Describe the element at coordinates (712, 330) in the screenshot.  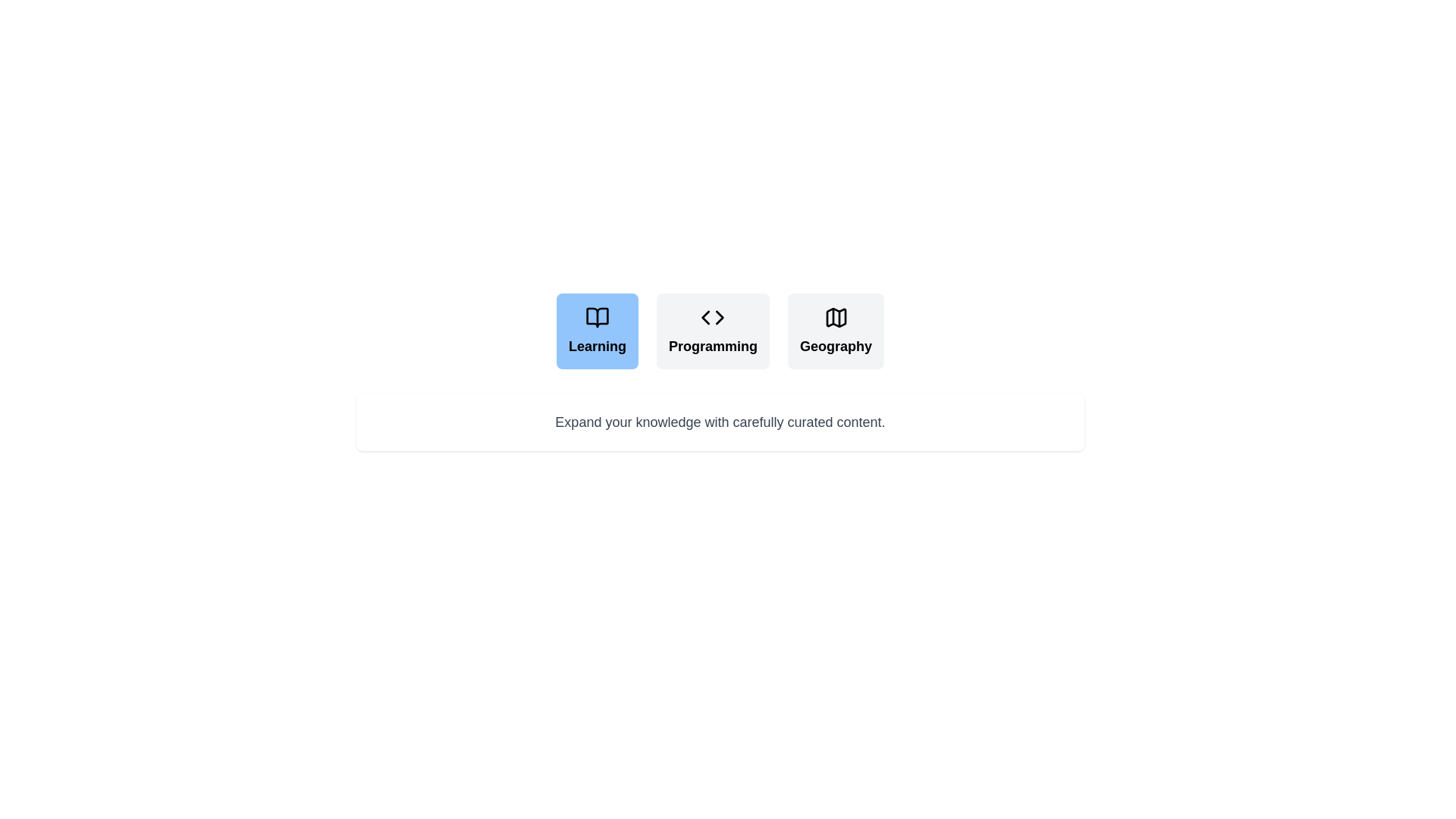
I see `the Programming tab to observe its hover effect` at that location.